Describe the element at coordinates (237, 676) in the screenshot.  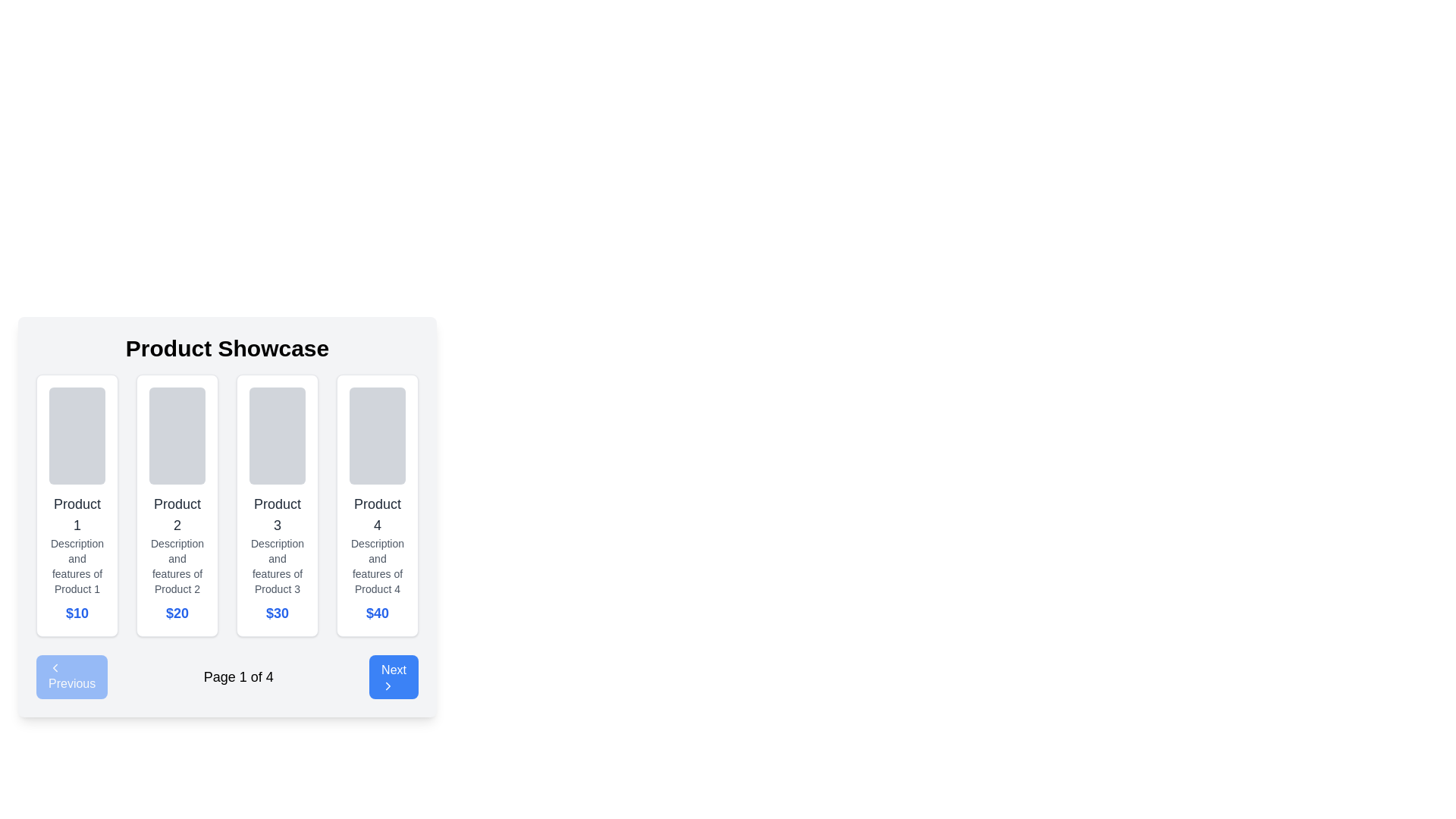
I see `the textual indicator displaying 'Page 1 of 4', which is centrally positioned between the 'Previous' and 'Next' buttons in the pagination controls` at that location.